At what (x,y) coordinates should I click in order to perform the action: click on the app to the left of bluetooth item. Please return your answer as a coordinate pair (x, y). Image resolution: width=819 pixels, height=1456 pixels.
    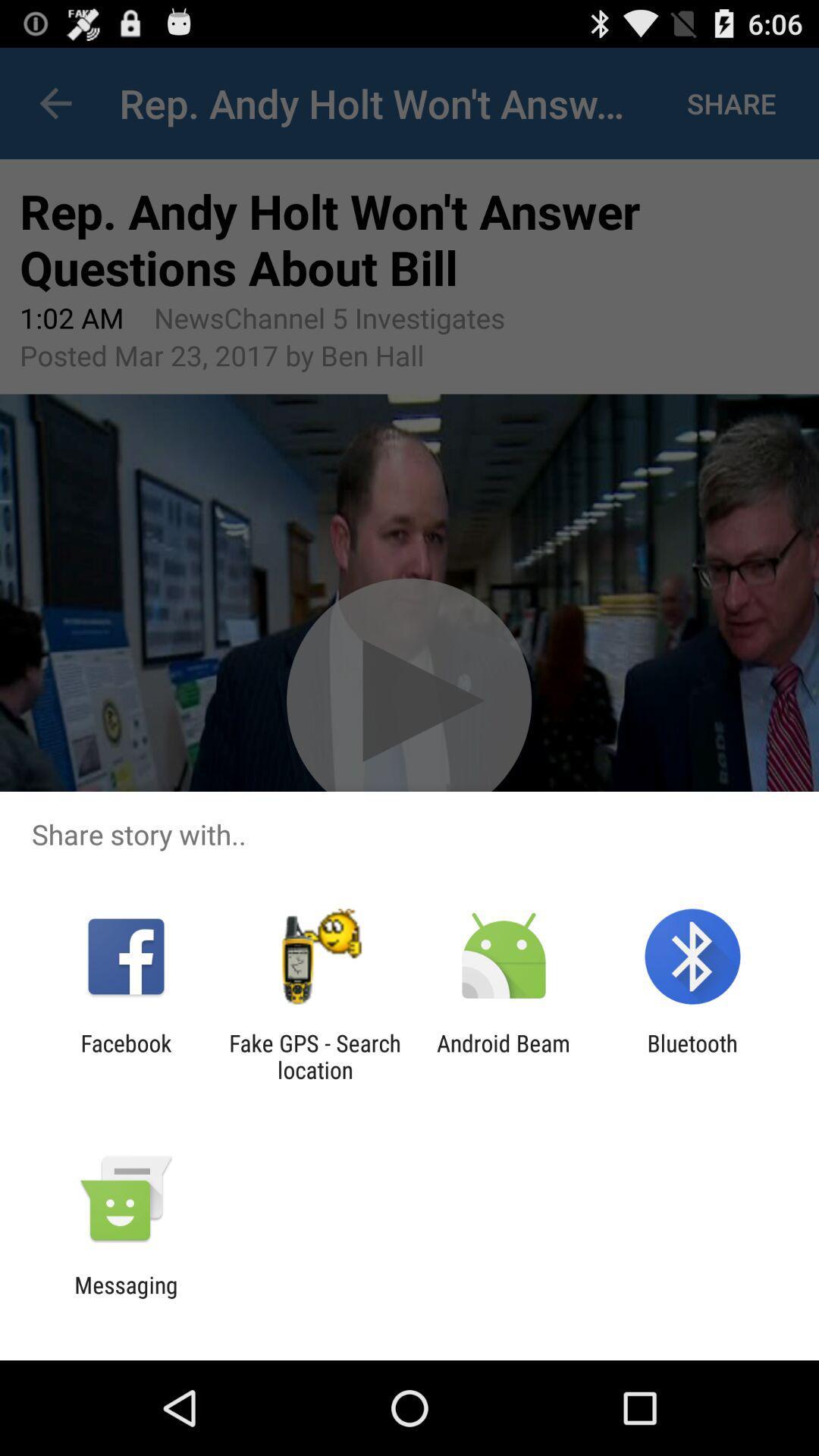
    Looking at the image, I should click on (504, 1056).